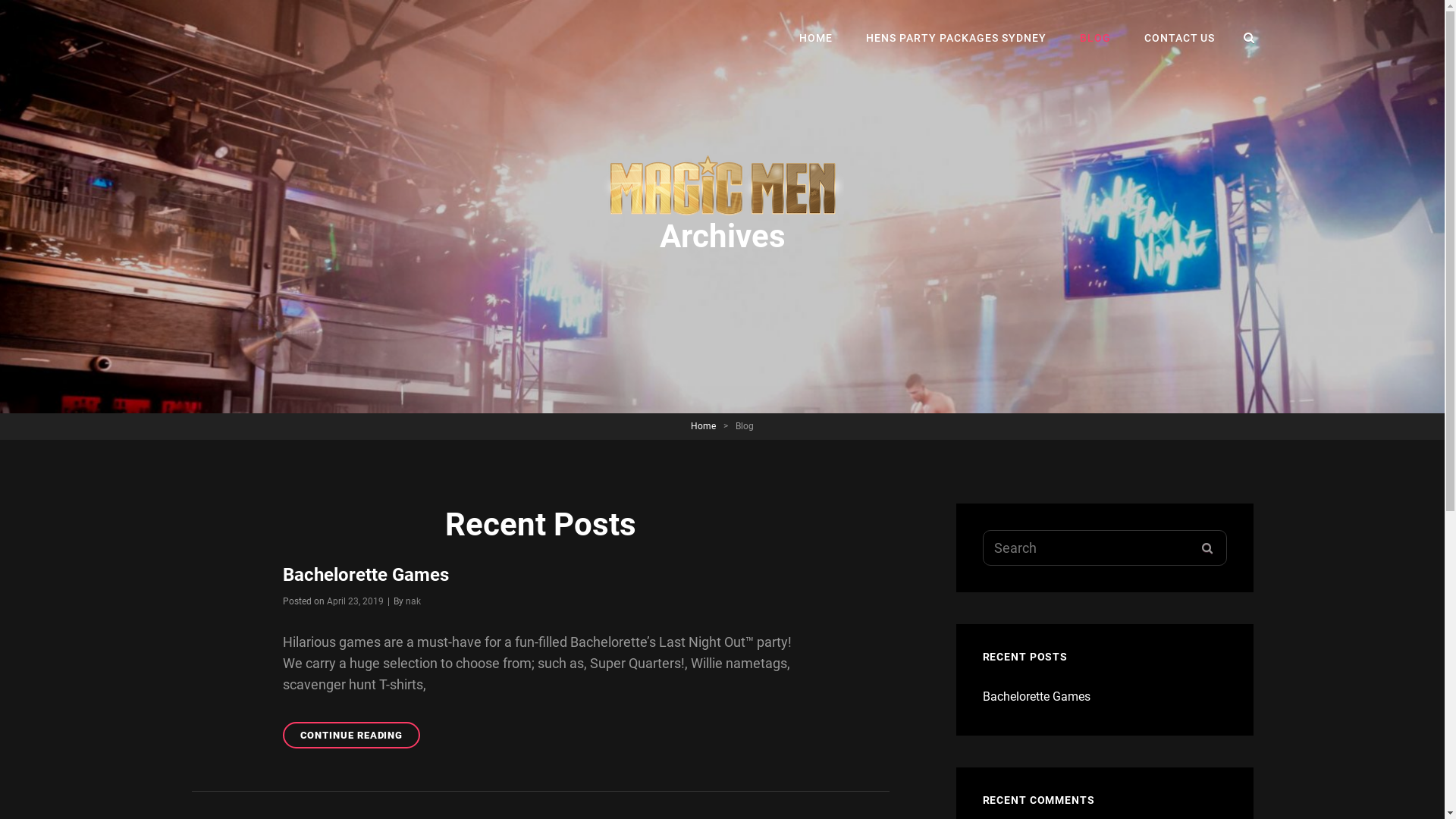 The image size is (1456, 819). What do you see at coordinates (1036, 696) in the screenshot?
I see `'Bachelorette Games'` at bounding box center [1036, 696].